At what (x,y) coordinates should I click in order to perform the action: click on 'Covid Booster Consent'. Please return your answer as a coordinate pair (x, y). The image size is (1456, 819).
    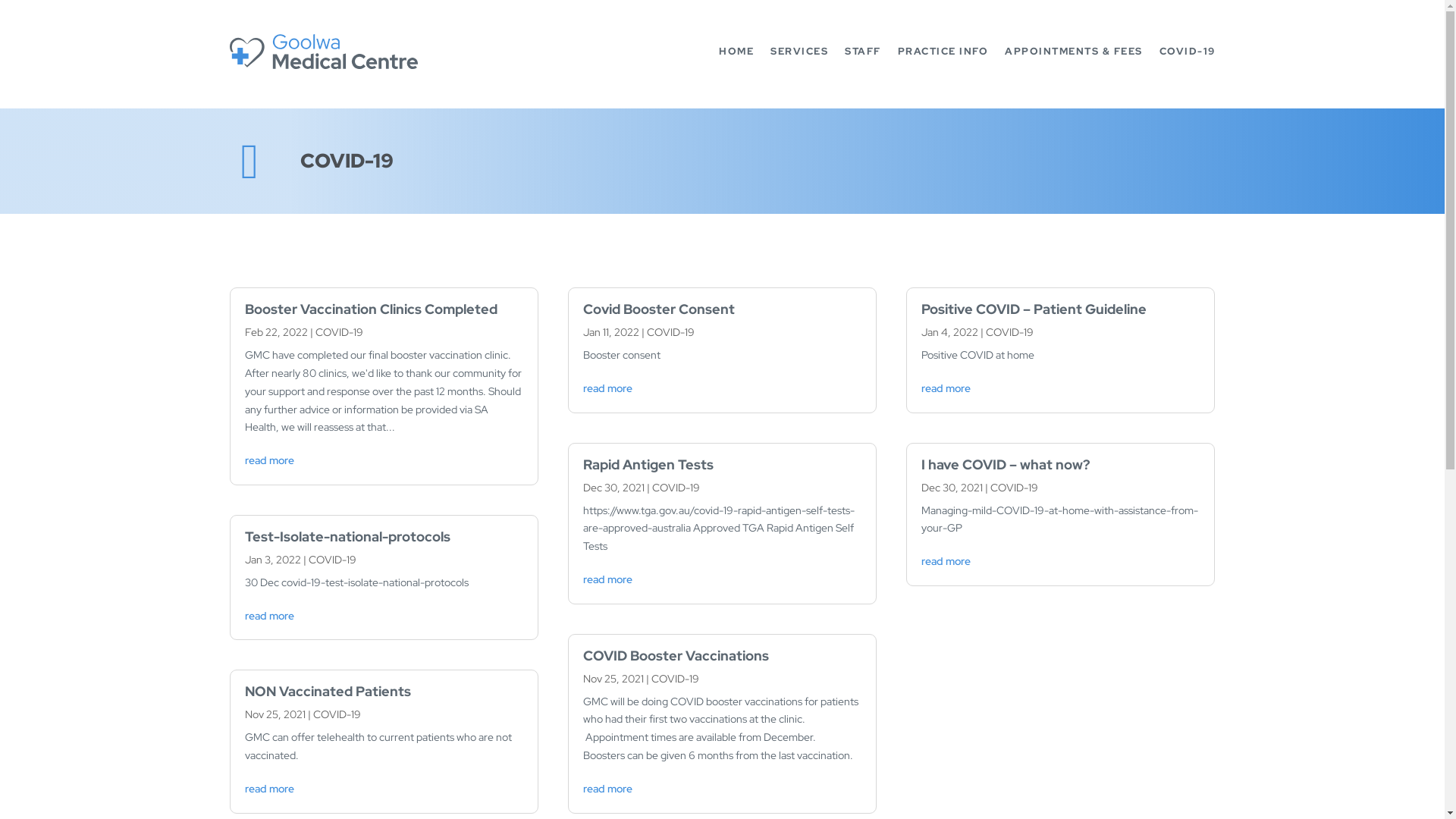
    Looking at the image, I should click on (658, 308).